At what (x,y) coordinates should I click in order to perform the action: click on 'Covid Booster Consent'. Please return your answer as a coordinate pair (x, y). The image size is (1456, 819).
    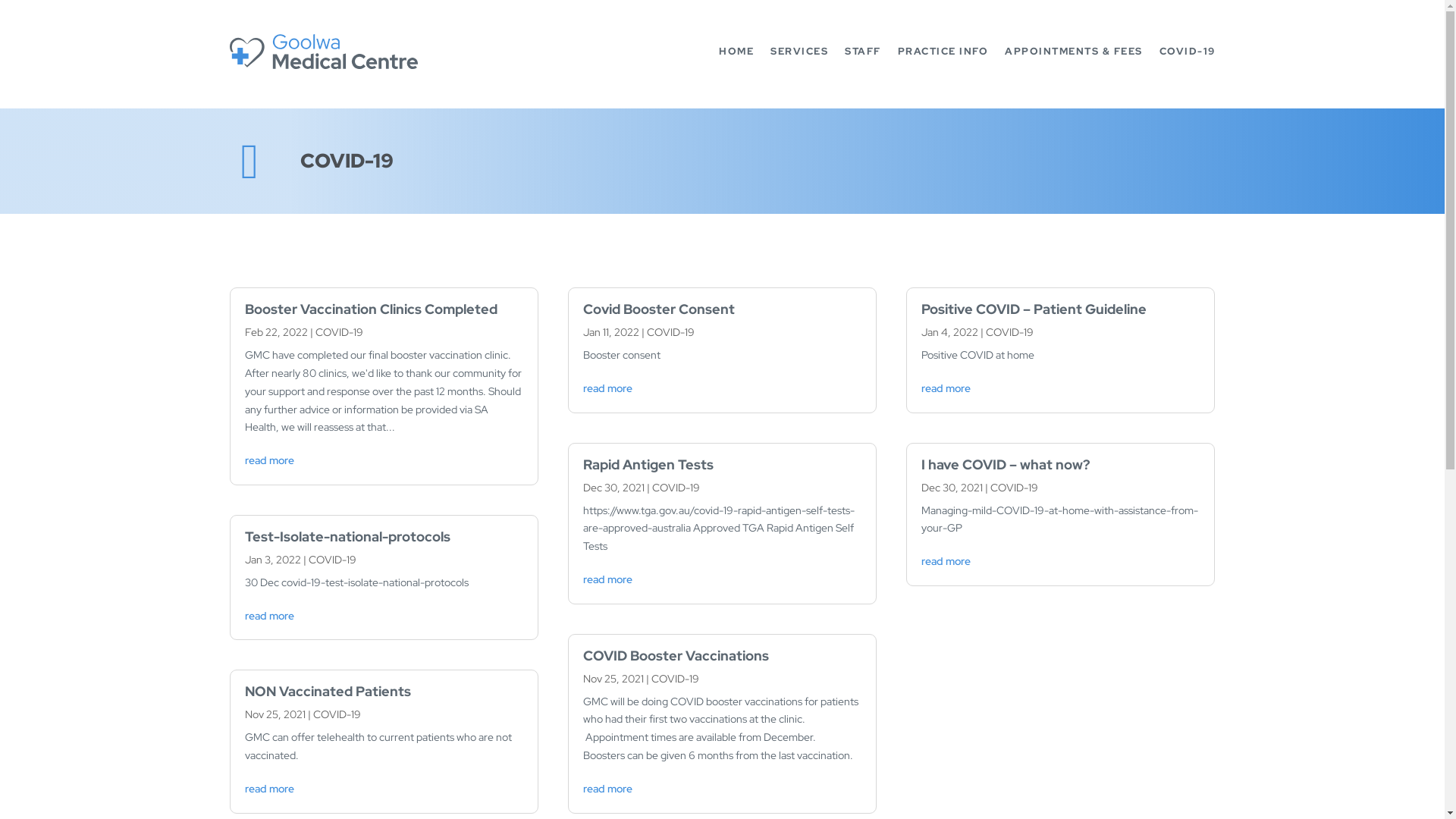
    Looking at the image, I should click on (658, 308).